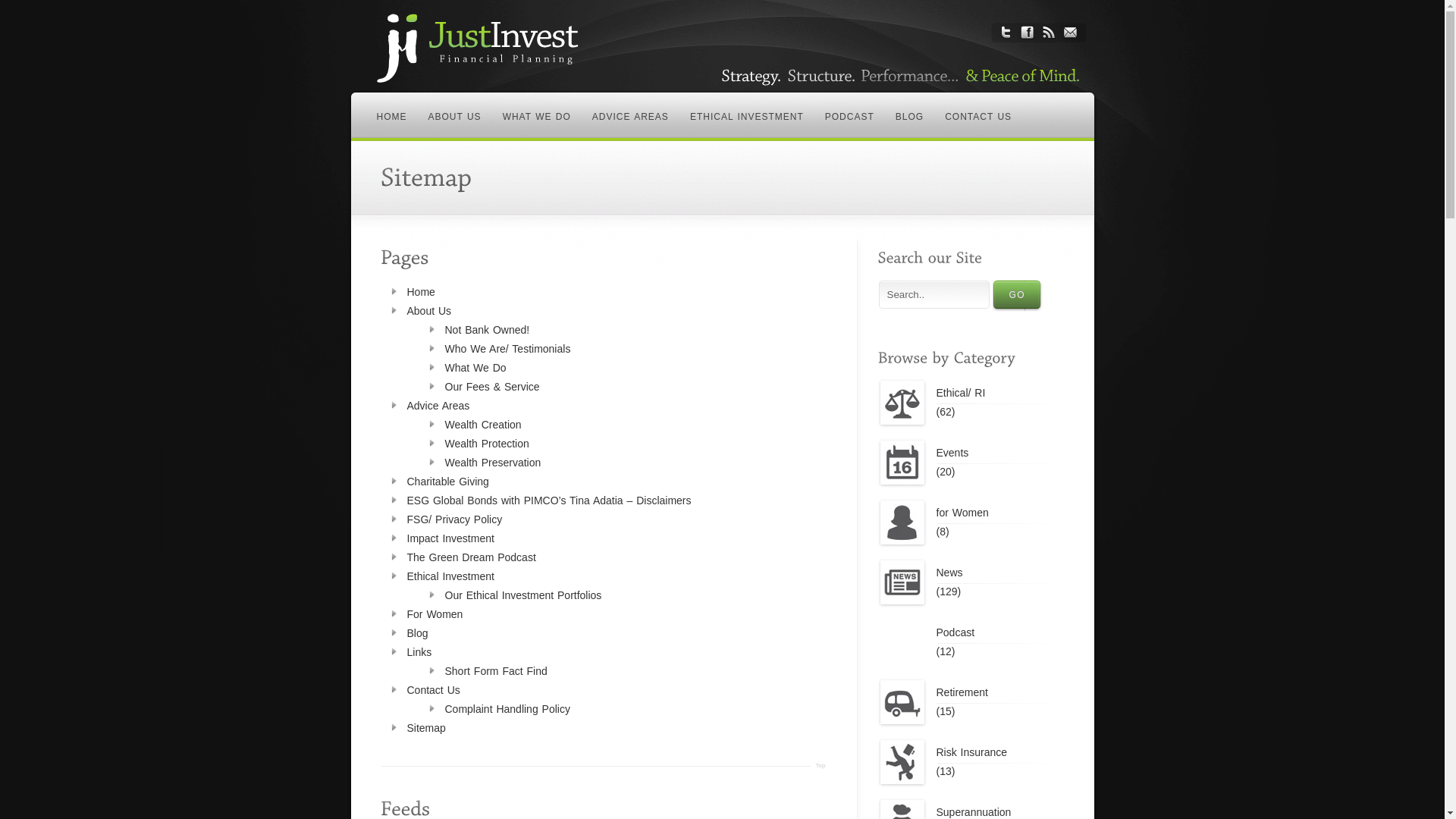  I want to click on 'Links', so click(419, 651).